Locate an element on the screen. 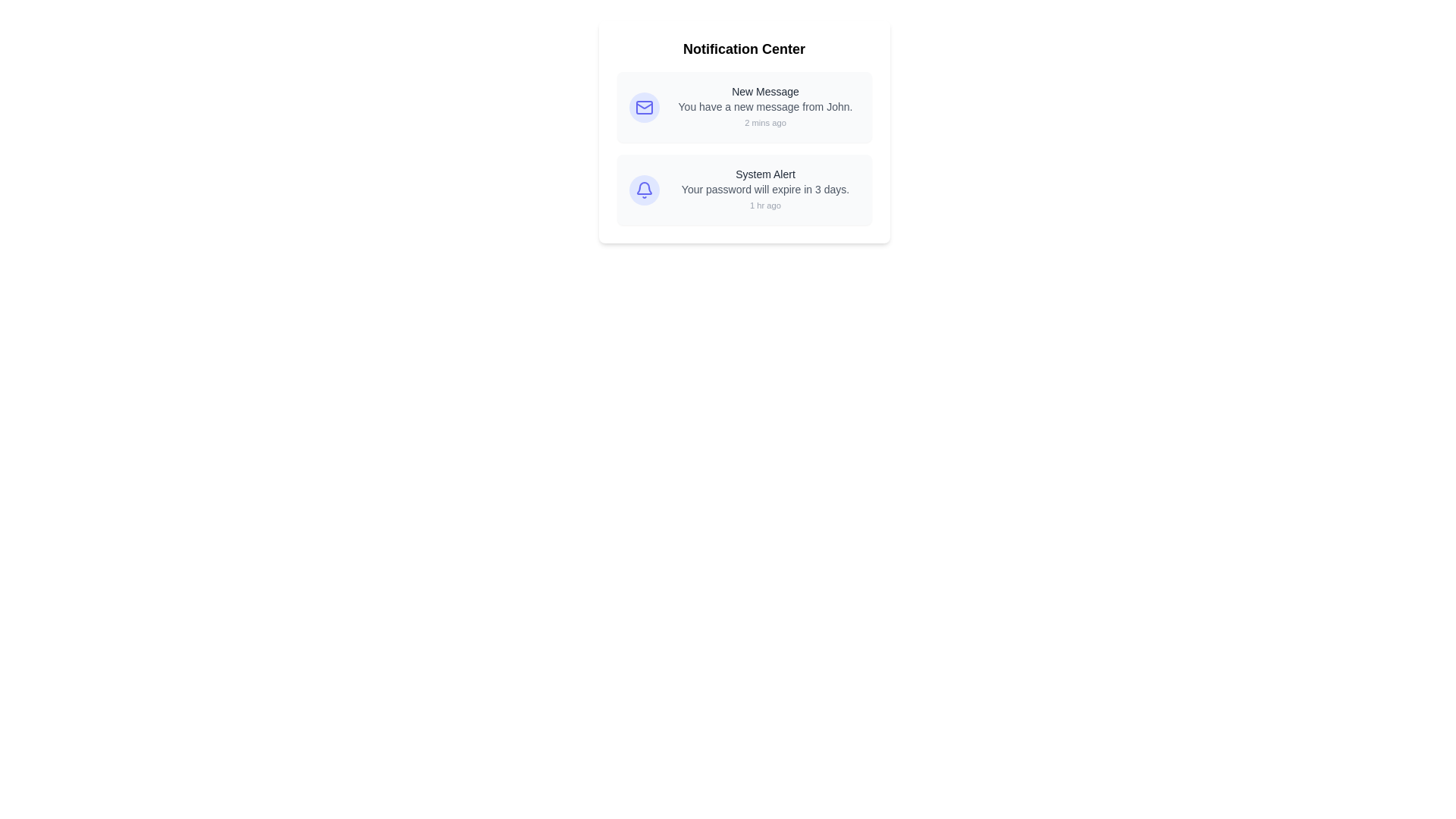 Image resolution: width=1456 pixels, height=819 pixels. the second notification item in the Notification Center, which displays 'System Alert' as the header and 'Your password will expire in 3 days.' as the message is located at coordinates (765, 189).